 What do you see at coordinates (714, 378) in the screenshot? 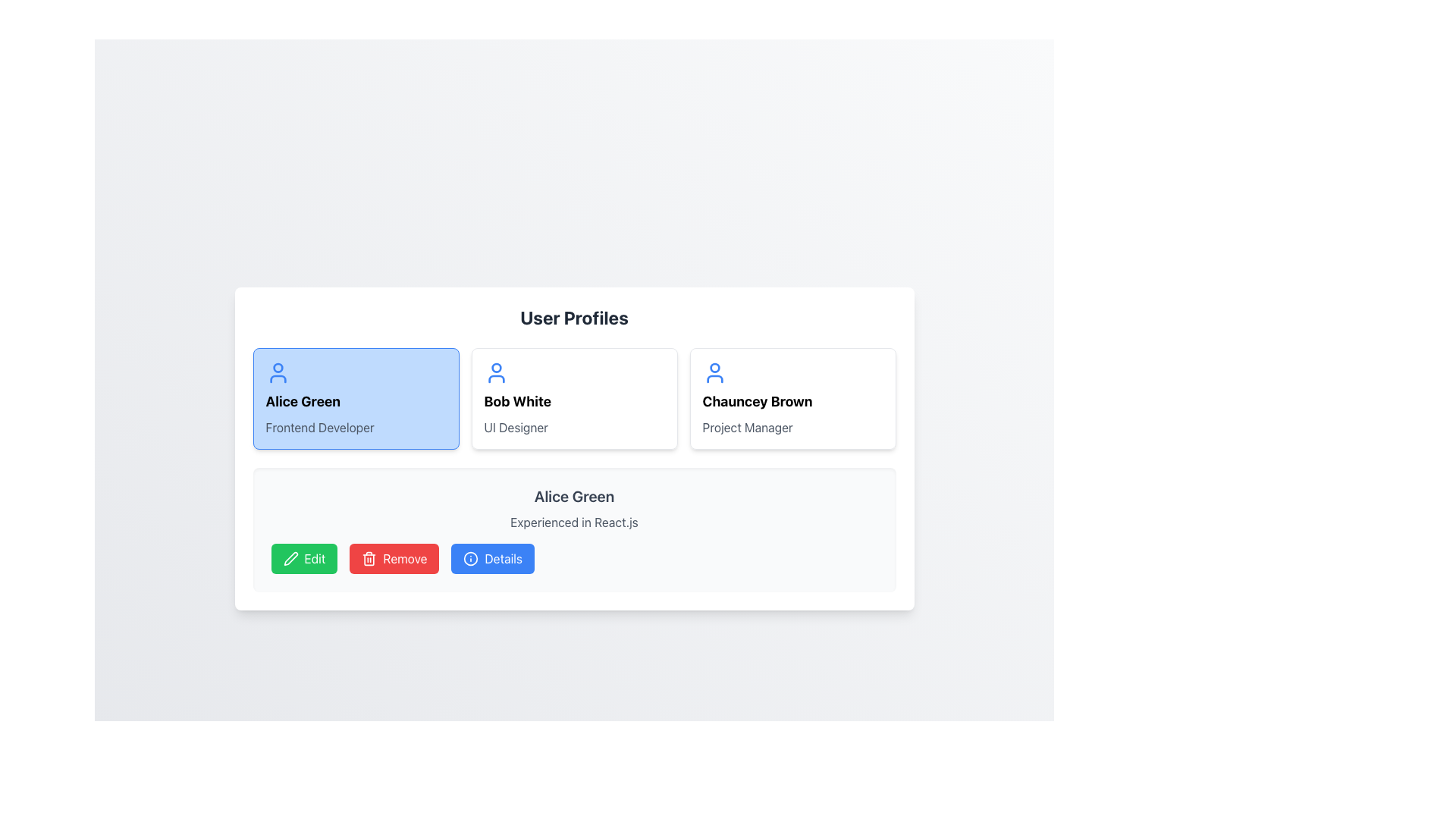
I see `the blue curved line representing part of the user icon within the Chauncey Brown profile card in the user profiles section` at bounding box center [714, 378].